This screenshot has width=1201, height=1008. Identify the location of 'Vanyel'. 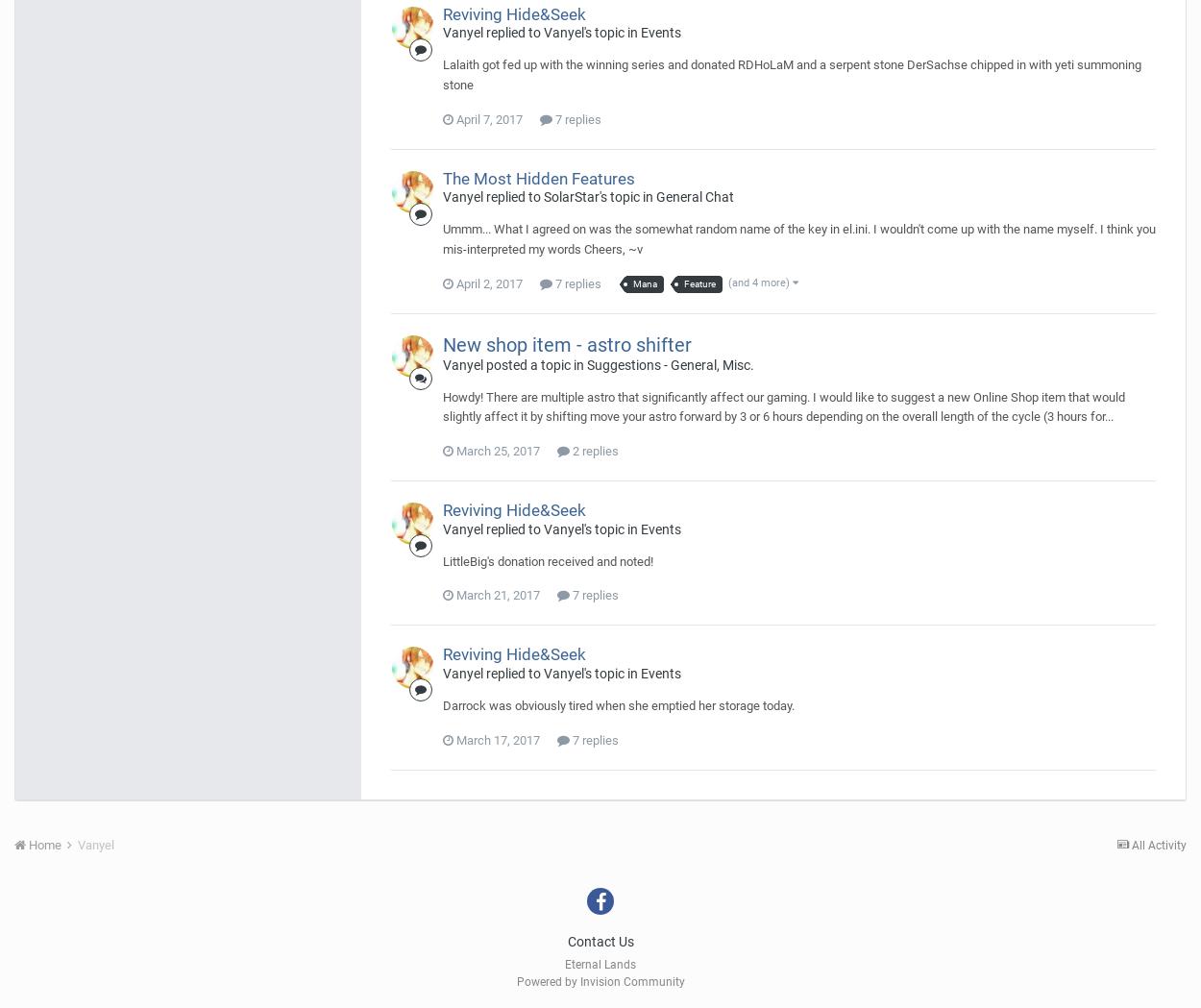
(95, 844).